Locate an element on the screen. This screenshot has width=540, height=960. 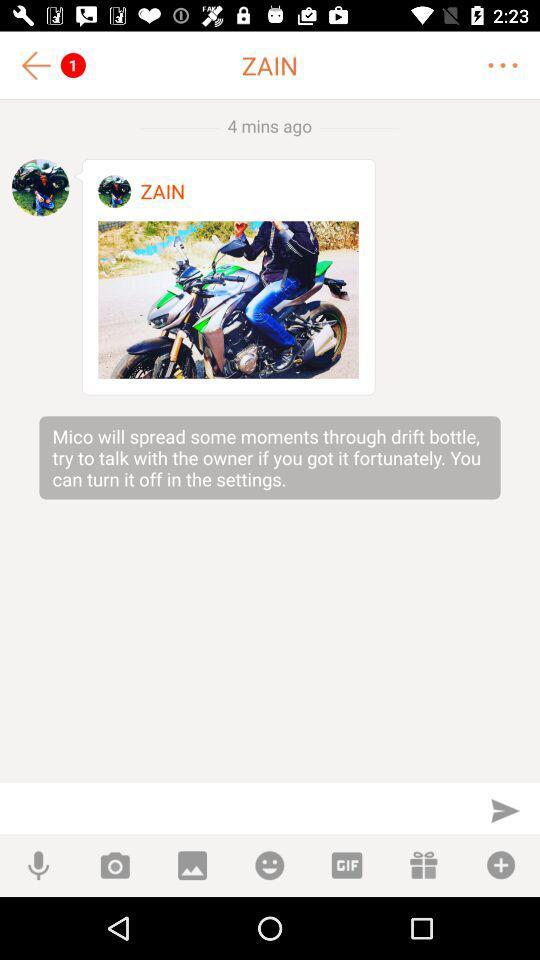
profile image is located at coordinates (114, 191).